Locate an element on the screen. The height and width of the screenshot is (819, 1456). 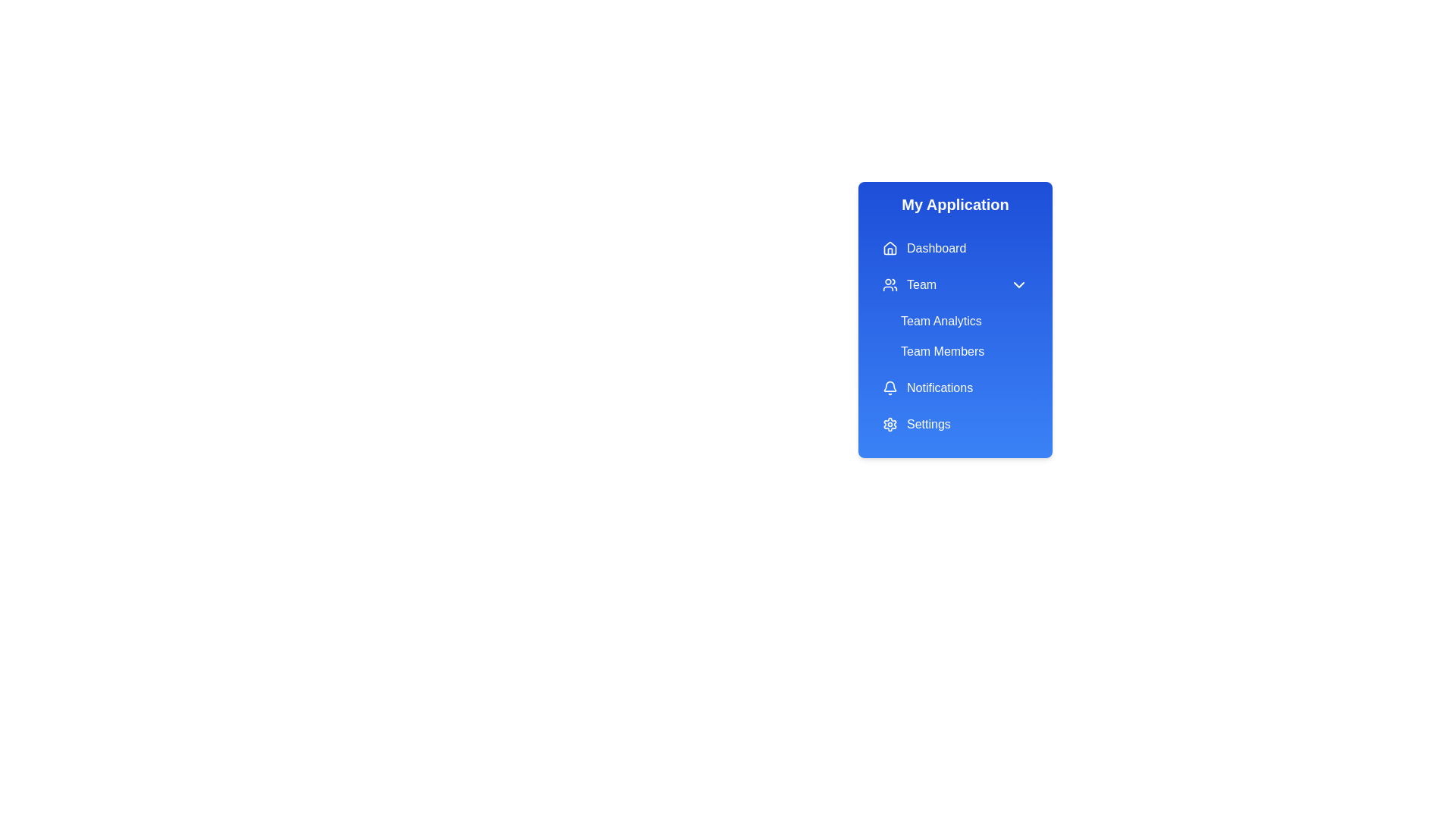
the house-shaped SVG icon, which has a triangular roof and a rectangular base, located near the top-left of the sidebar interface next to the 'Dashboard' label is located at coordinates (890, 247).